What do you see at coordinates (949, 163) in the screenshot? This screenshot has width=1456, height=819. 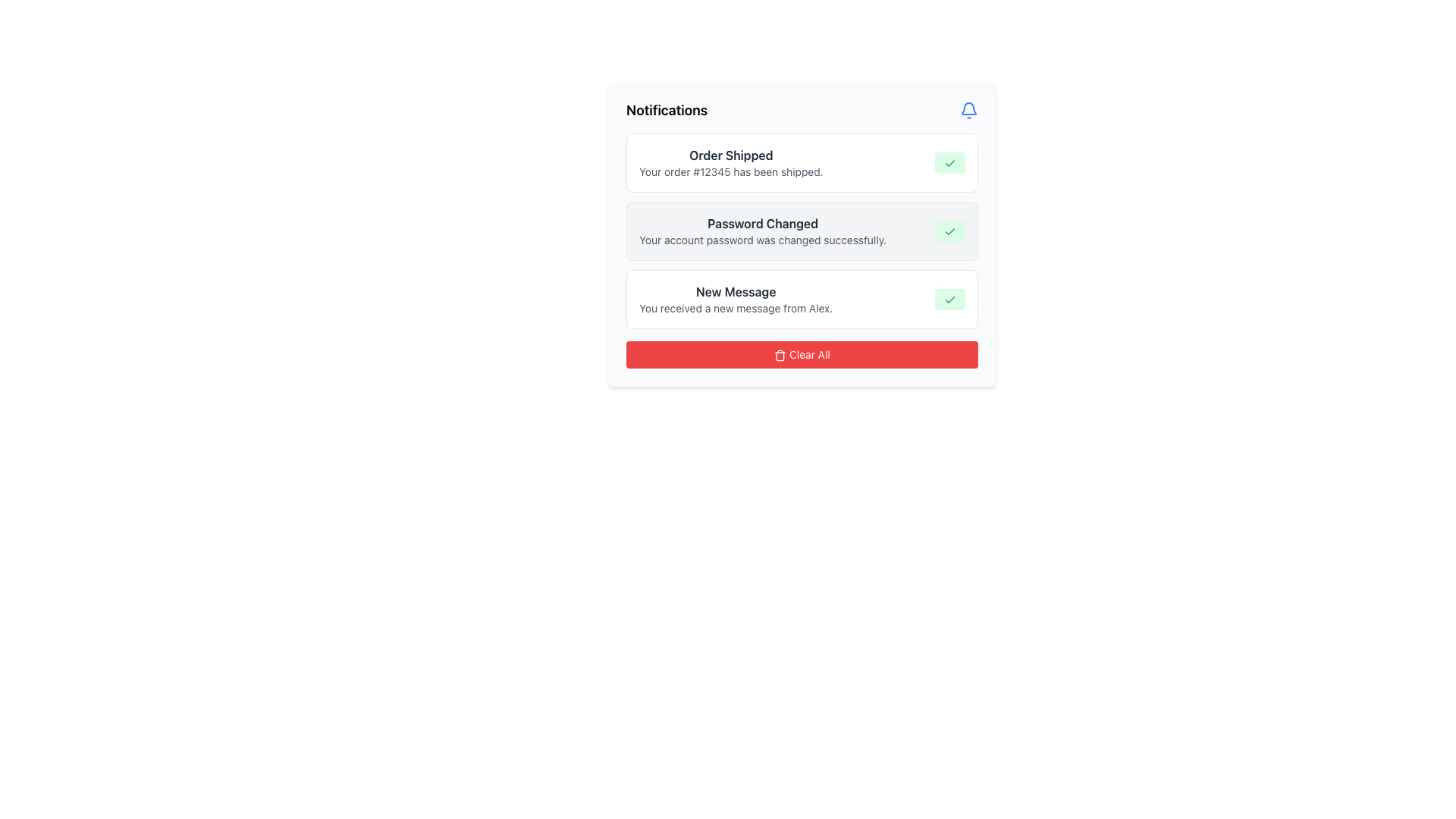 I see `the button with an icon located at the top-right corner of the 'Order Shipped' notification card to confirm the notification` at bounding box center [949, 163].